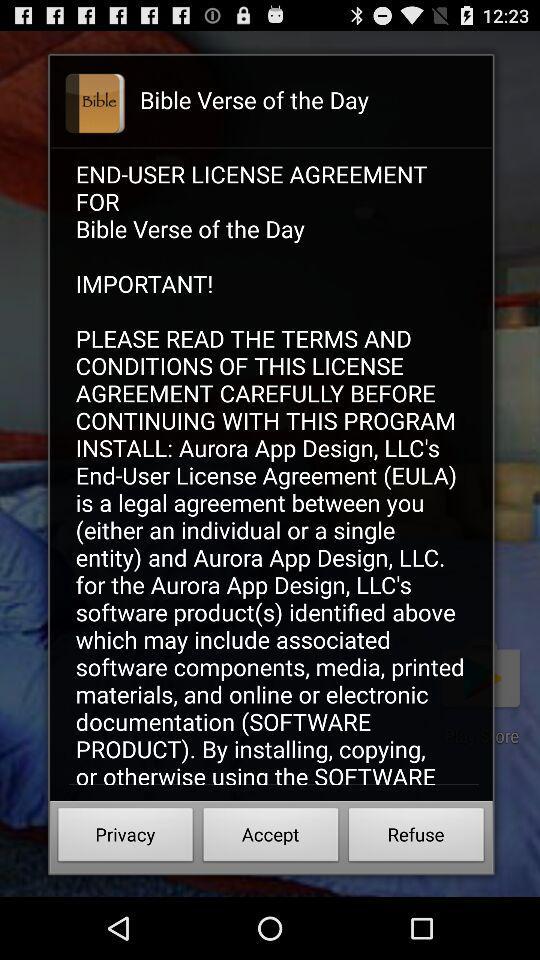 The height and width of the screenshot is (960, 540). I want to click on refuse icon, so click(415, 837).